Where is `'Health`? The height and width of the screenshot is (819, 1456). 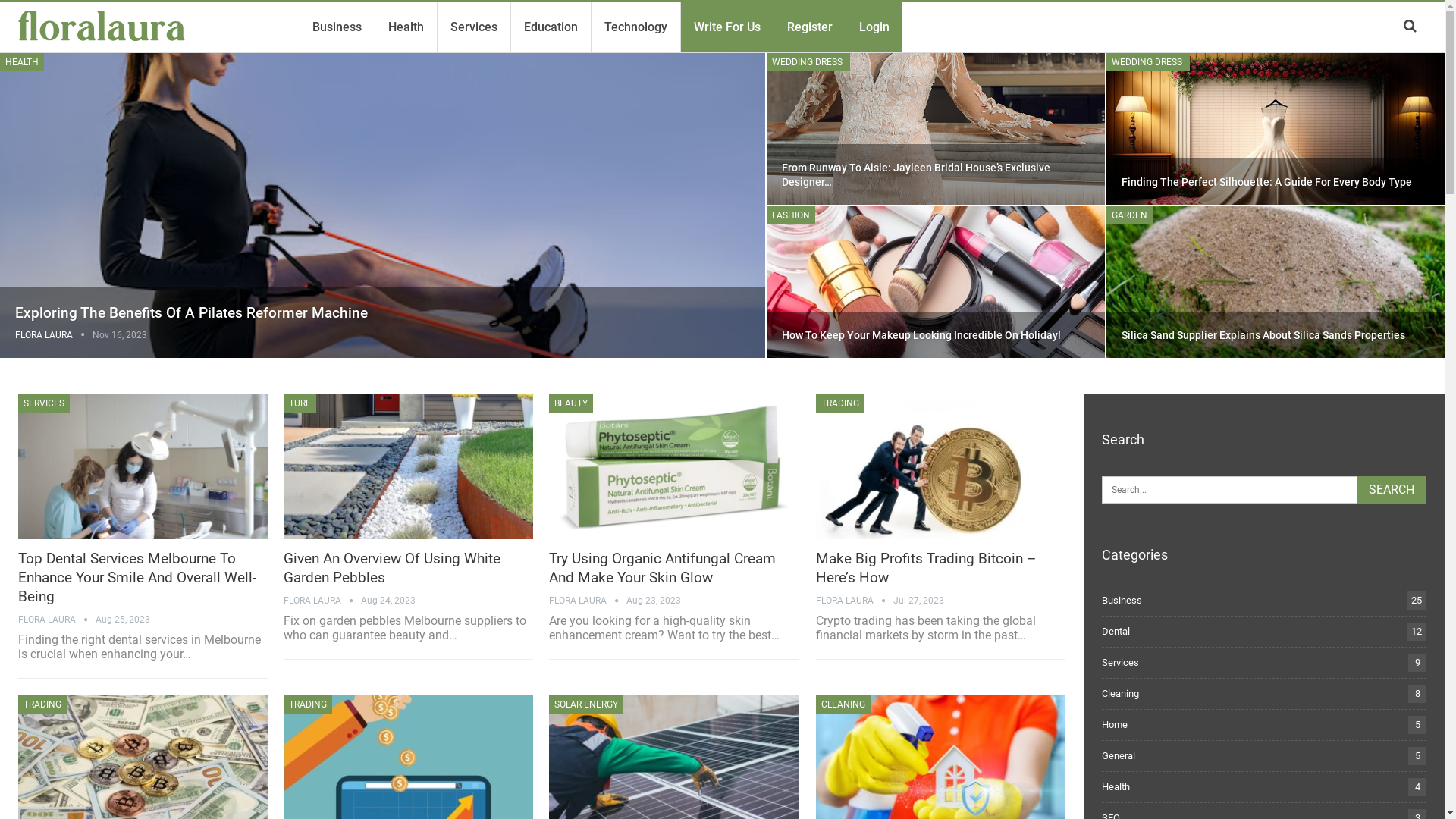
'Health is located at coordinates (1116, 786).